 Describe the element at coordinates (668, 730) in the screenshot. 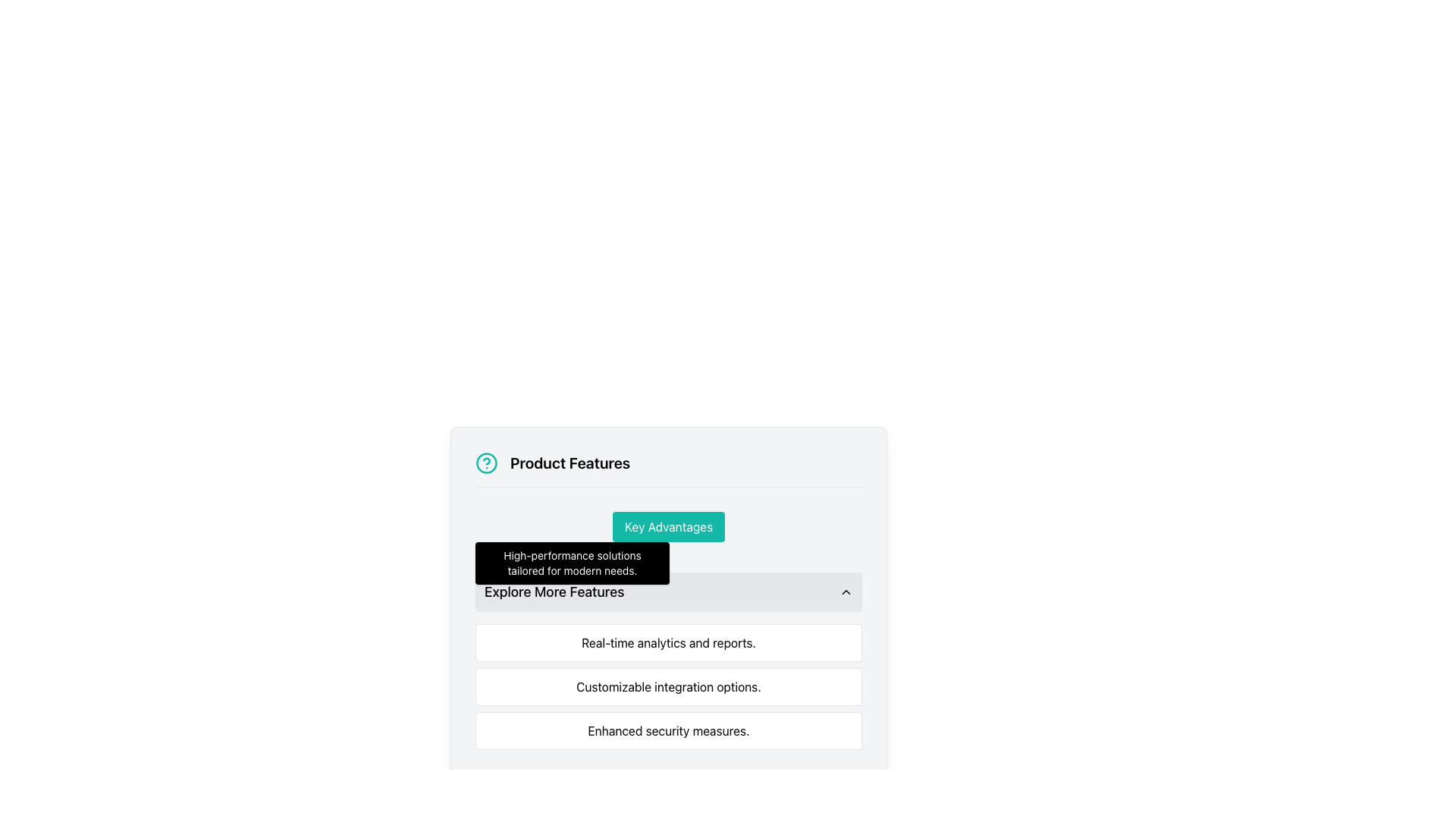

I see `the informational text block that contains the text 'Enhanced security measures.' which is the third element in a vertical list of containers` at that location.